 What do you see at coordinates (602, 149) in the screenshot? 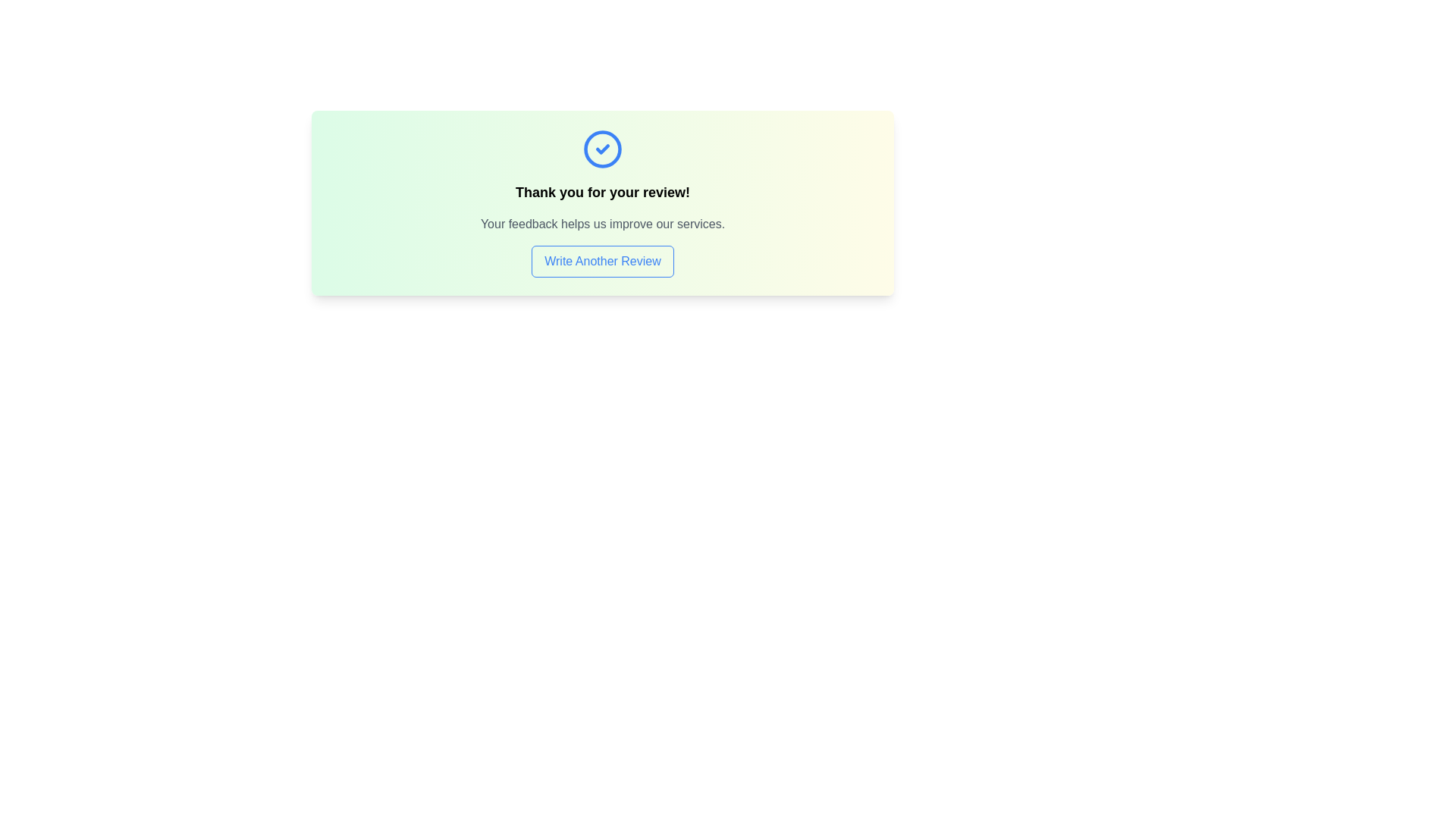
I see `the SVG circle component indicating a successful operation, which is part of the icon above the text 'Thank you for your review!'` at bounding box center [602, 149].